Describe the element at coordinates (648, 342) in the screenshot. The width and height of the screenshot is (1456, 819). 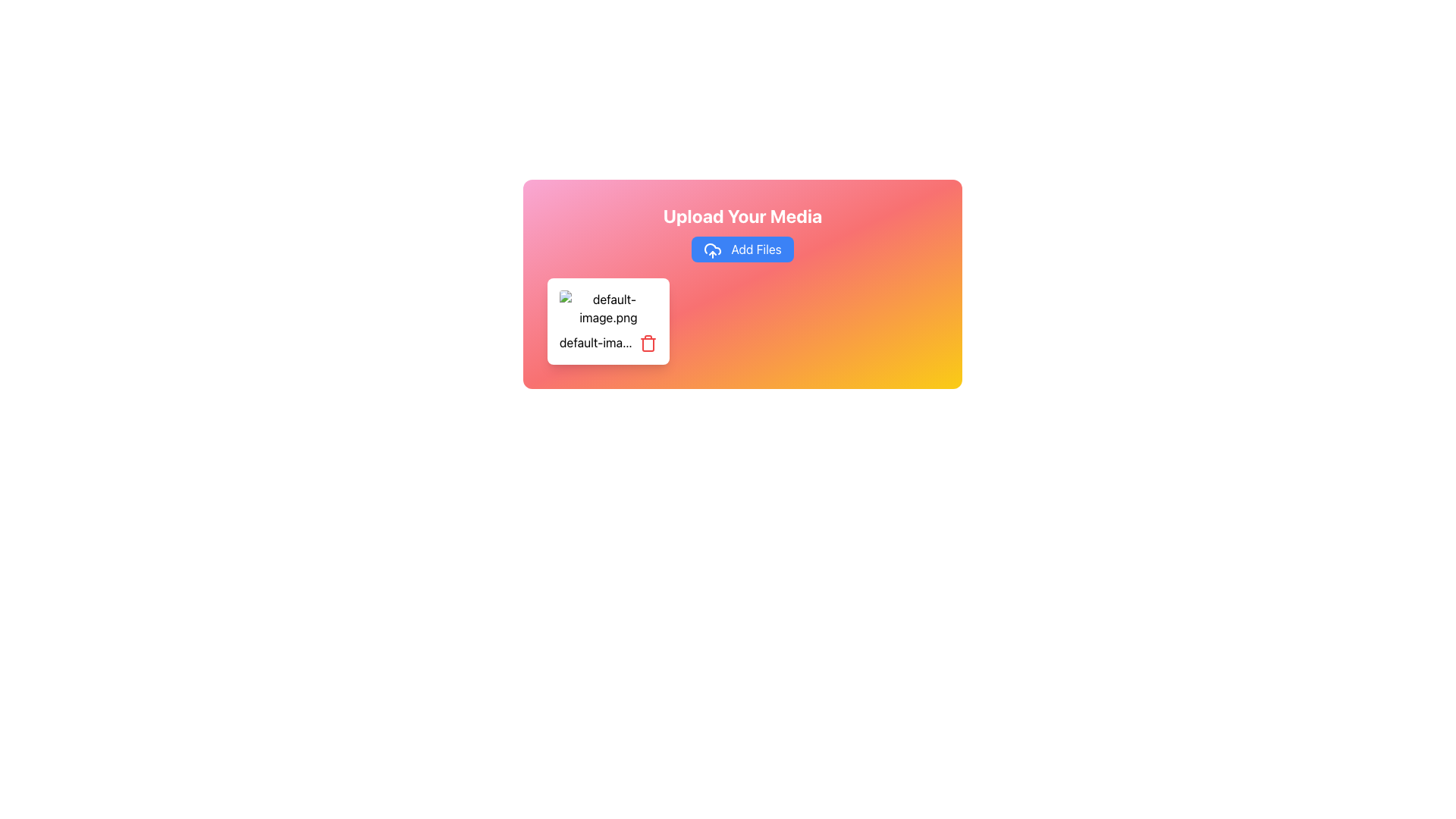
I see `the trash can icon on the right side of the file row` at that location.